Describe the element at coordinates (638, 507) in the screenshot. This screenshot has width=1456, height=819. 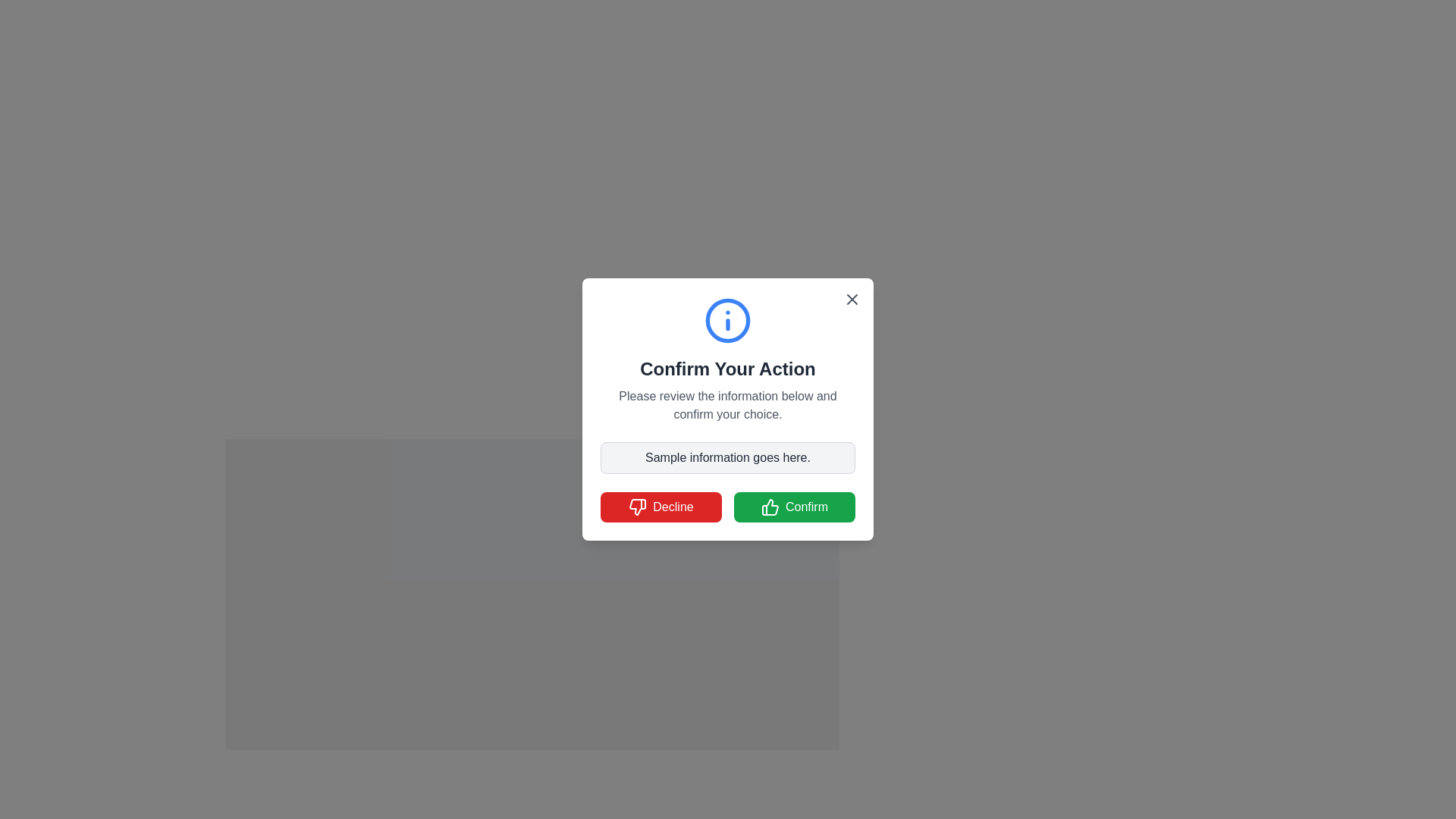
I see `the 'Decline' button which features a 'thumbs down' icon located at the bottom left of the modal dialog` at that location.